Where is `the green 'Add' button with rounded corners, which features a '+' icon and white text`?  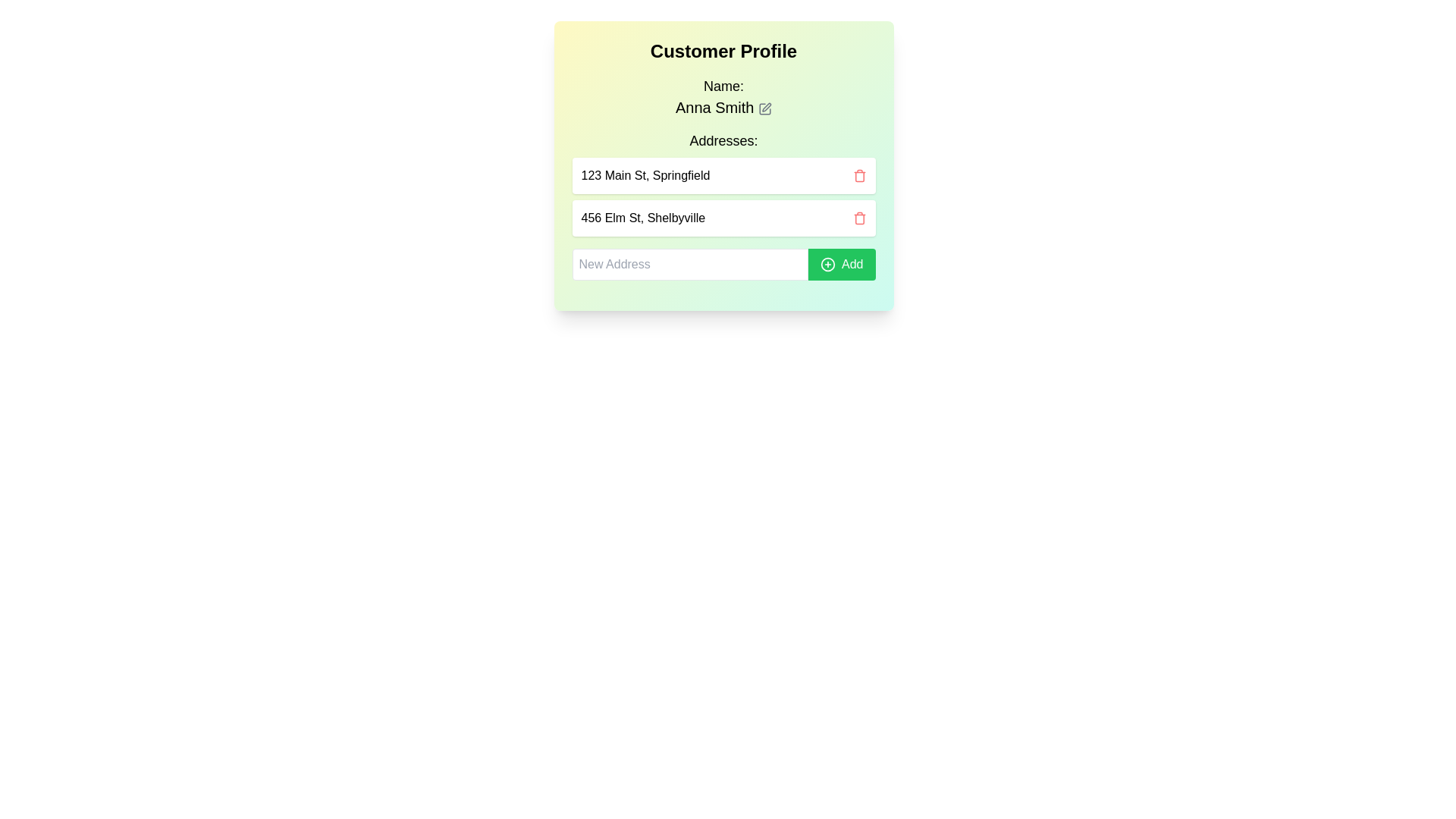
the green 'Add' button with rounded corners, which features a '+' icon and white text is located at coordinates (841, 263).